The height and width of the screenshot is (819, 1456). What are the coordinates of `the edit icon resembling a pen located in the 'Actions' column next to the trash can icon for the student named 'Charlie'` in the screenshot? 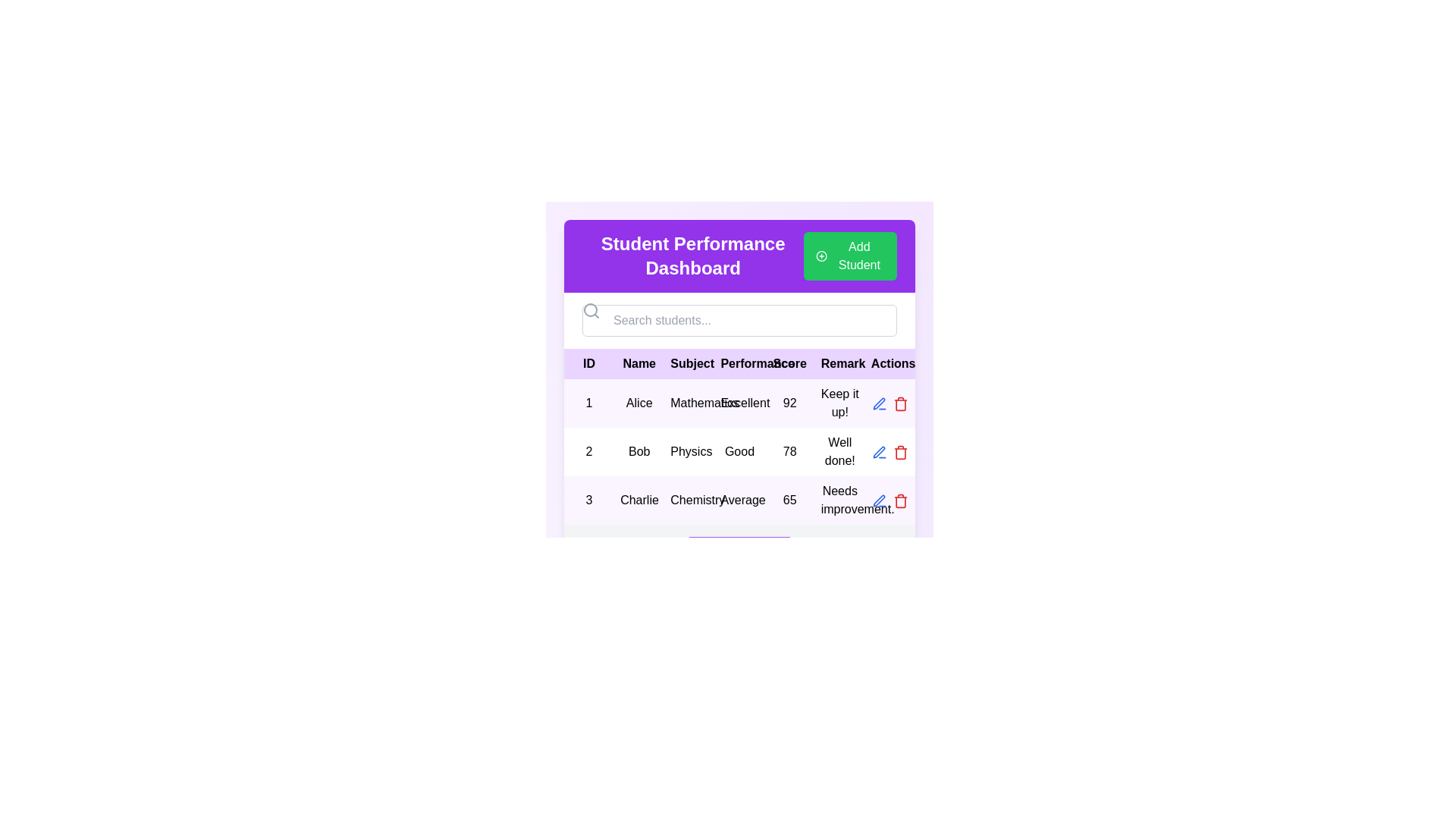 It's located at (879, 451).